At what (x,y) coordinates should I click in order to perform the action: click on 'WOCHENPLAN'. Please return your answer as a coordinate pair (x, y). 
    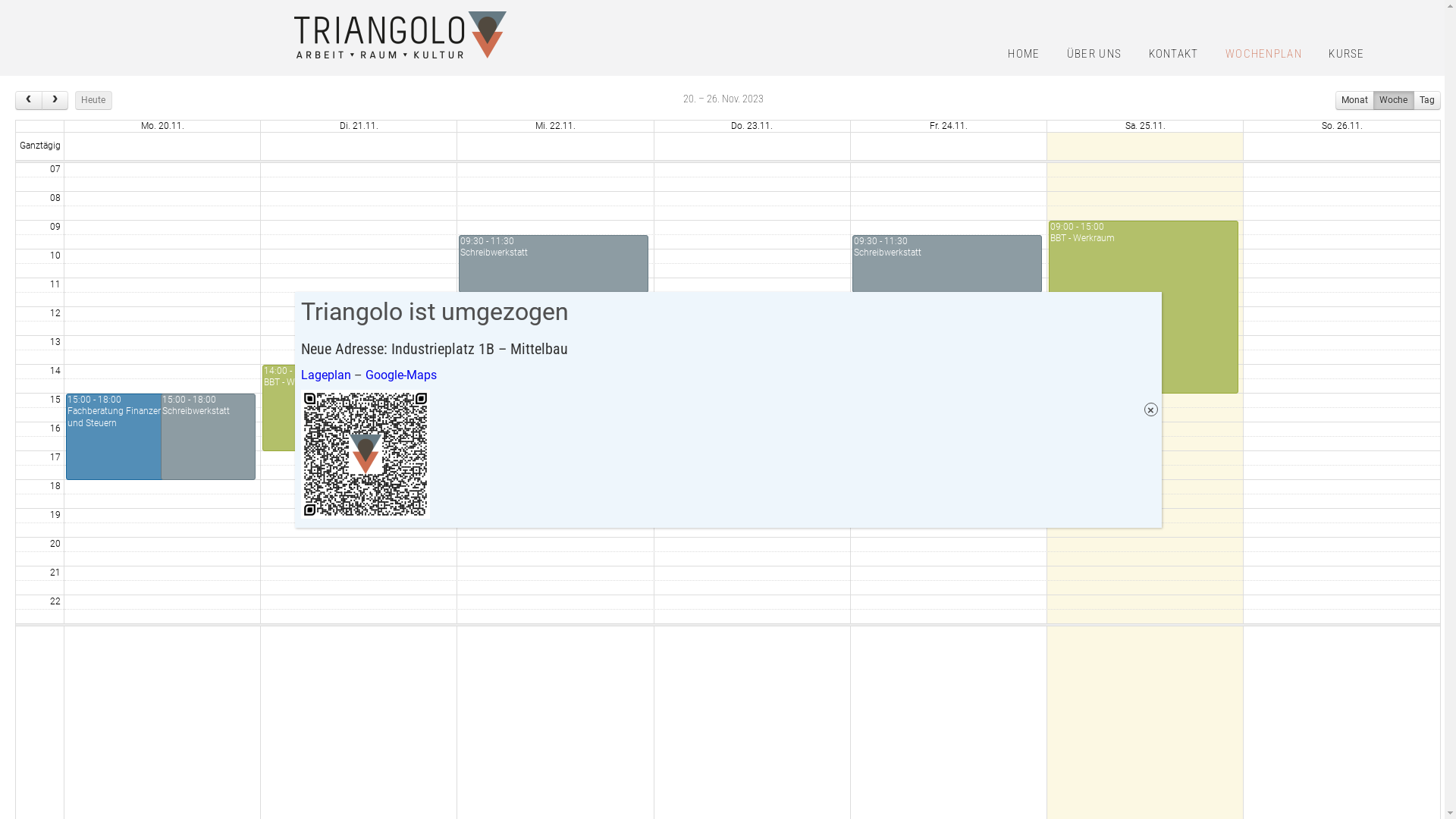
    Looking at the image, I should click on (1263, 54).